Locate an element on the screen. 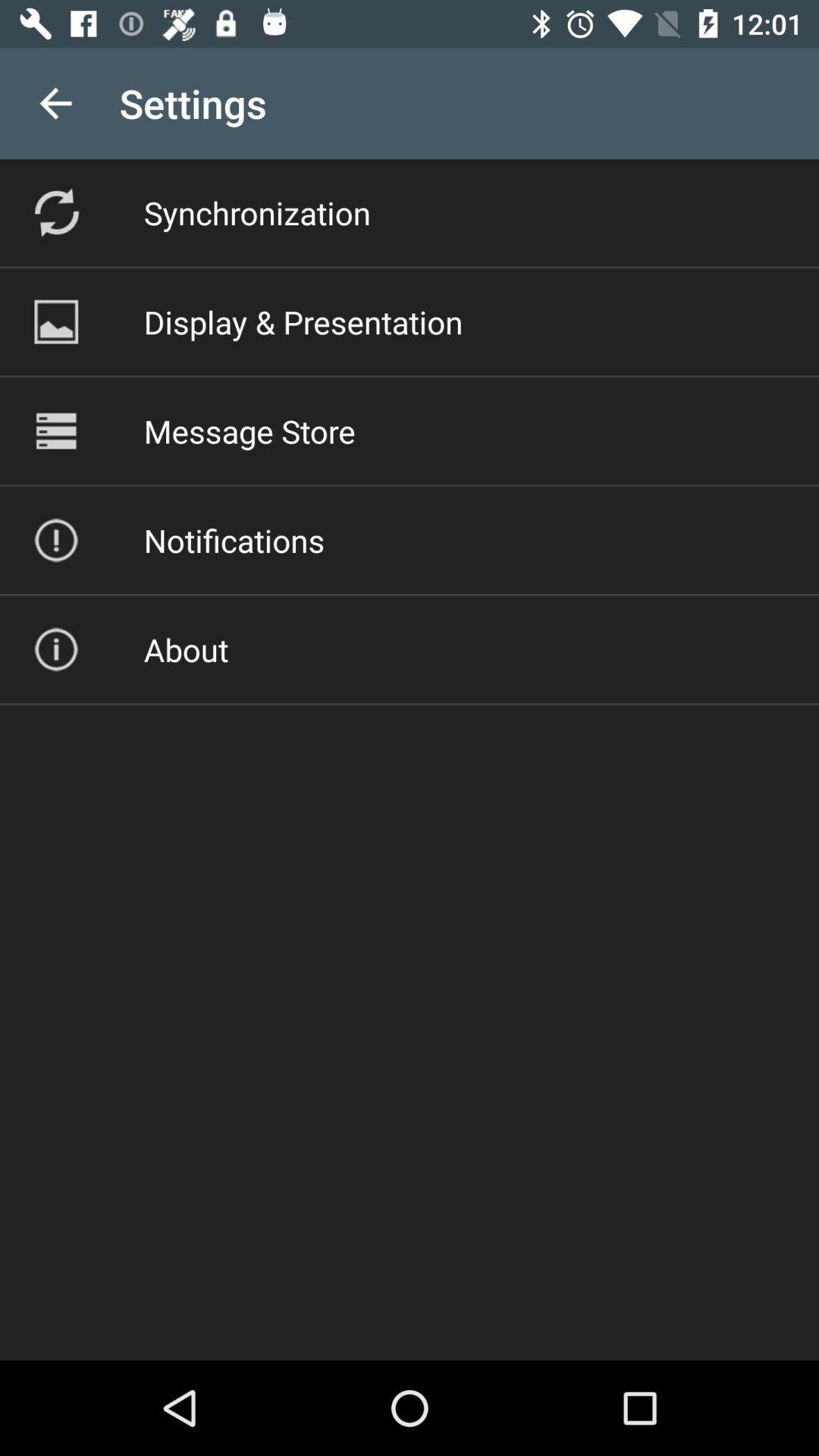  app below the settings item is located at coordinates (256, 212).